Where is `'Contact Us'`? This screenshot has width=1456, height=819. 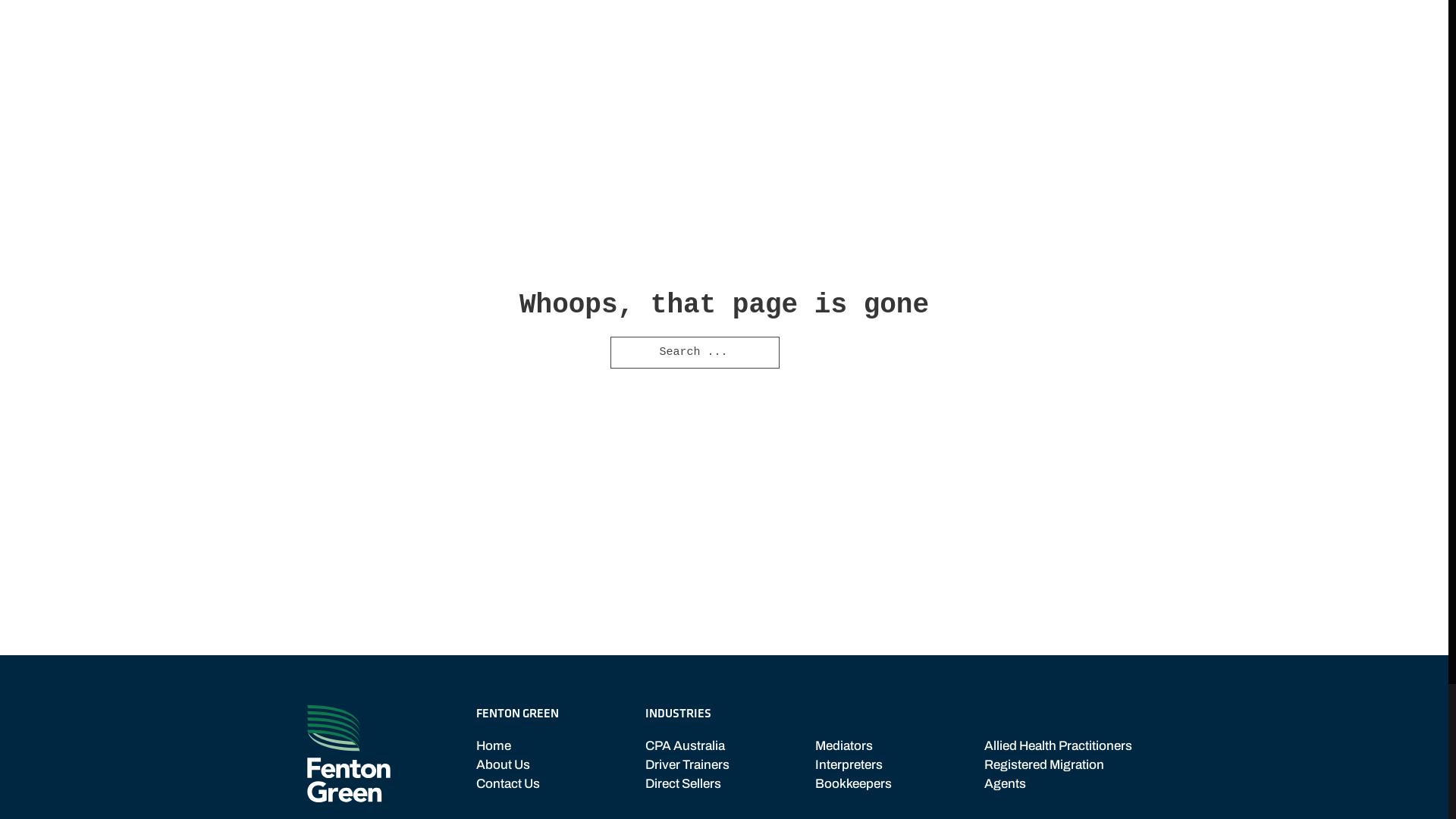
'Contact Us' is located at coordinates (508, 783).